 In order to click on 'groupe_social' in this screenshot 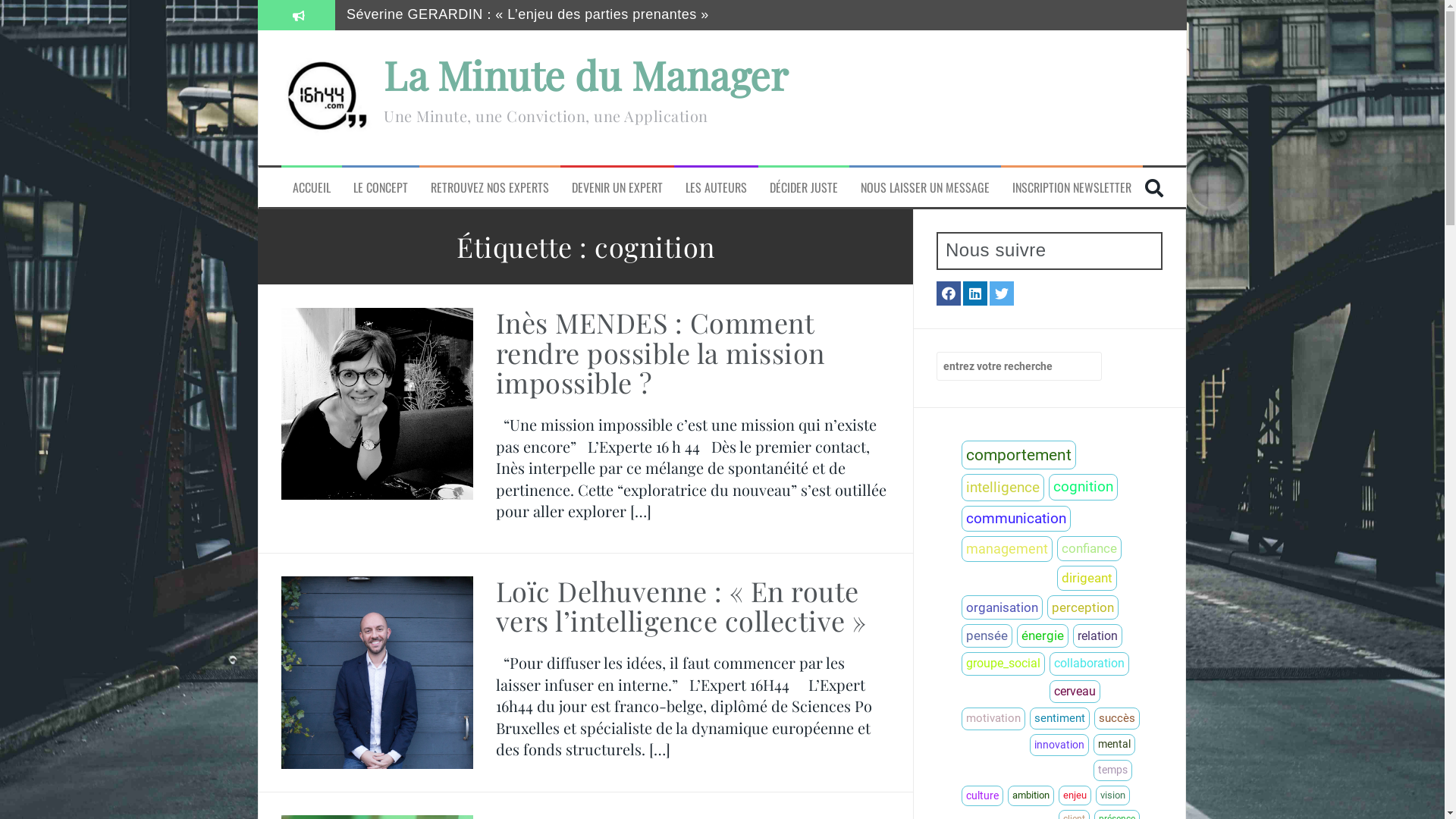, I will do `click(1003, 663)`.